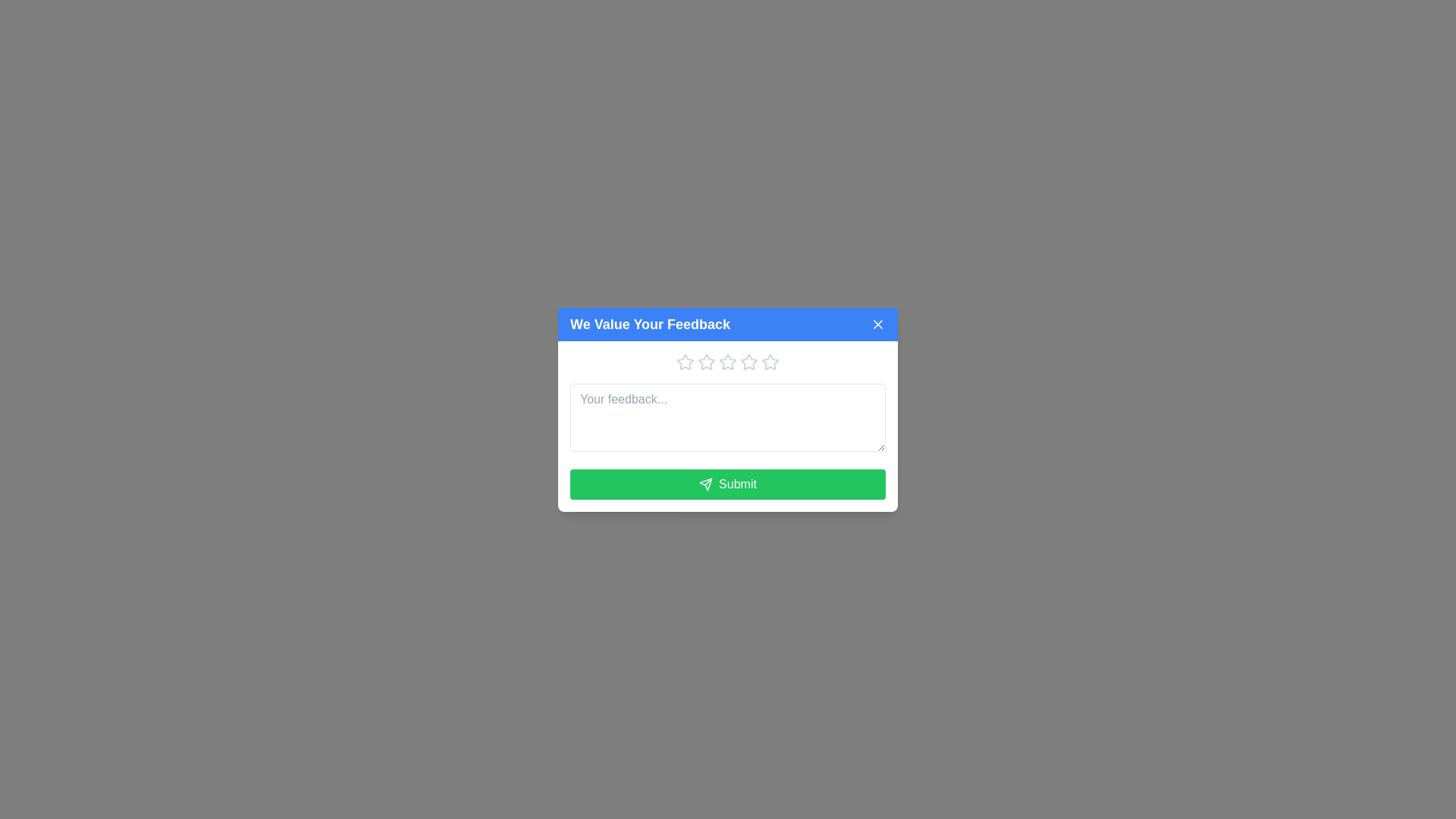 The image size is (1456, 819). What do you see at coordinates (705, 362) in the screenshot?
I see `the second star icon in the horizontal sequence of five stars, which is styled in light gray with a hollow center, to trigger a visual or functional response` at bounding box center [705, 362].